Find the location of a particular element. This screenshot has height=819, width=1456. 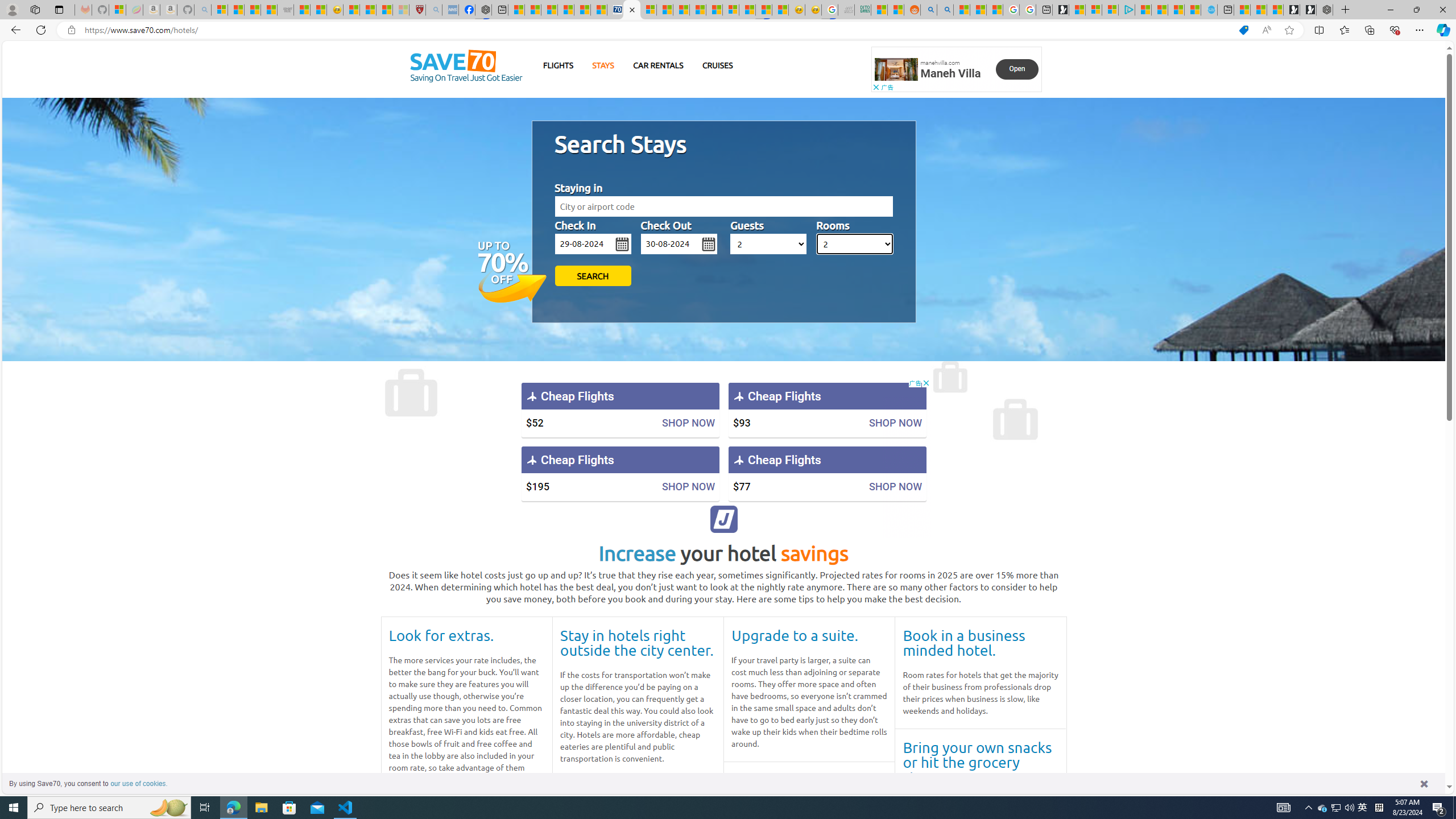

'City or airport code' is located at coordinates (723, 206).